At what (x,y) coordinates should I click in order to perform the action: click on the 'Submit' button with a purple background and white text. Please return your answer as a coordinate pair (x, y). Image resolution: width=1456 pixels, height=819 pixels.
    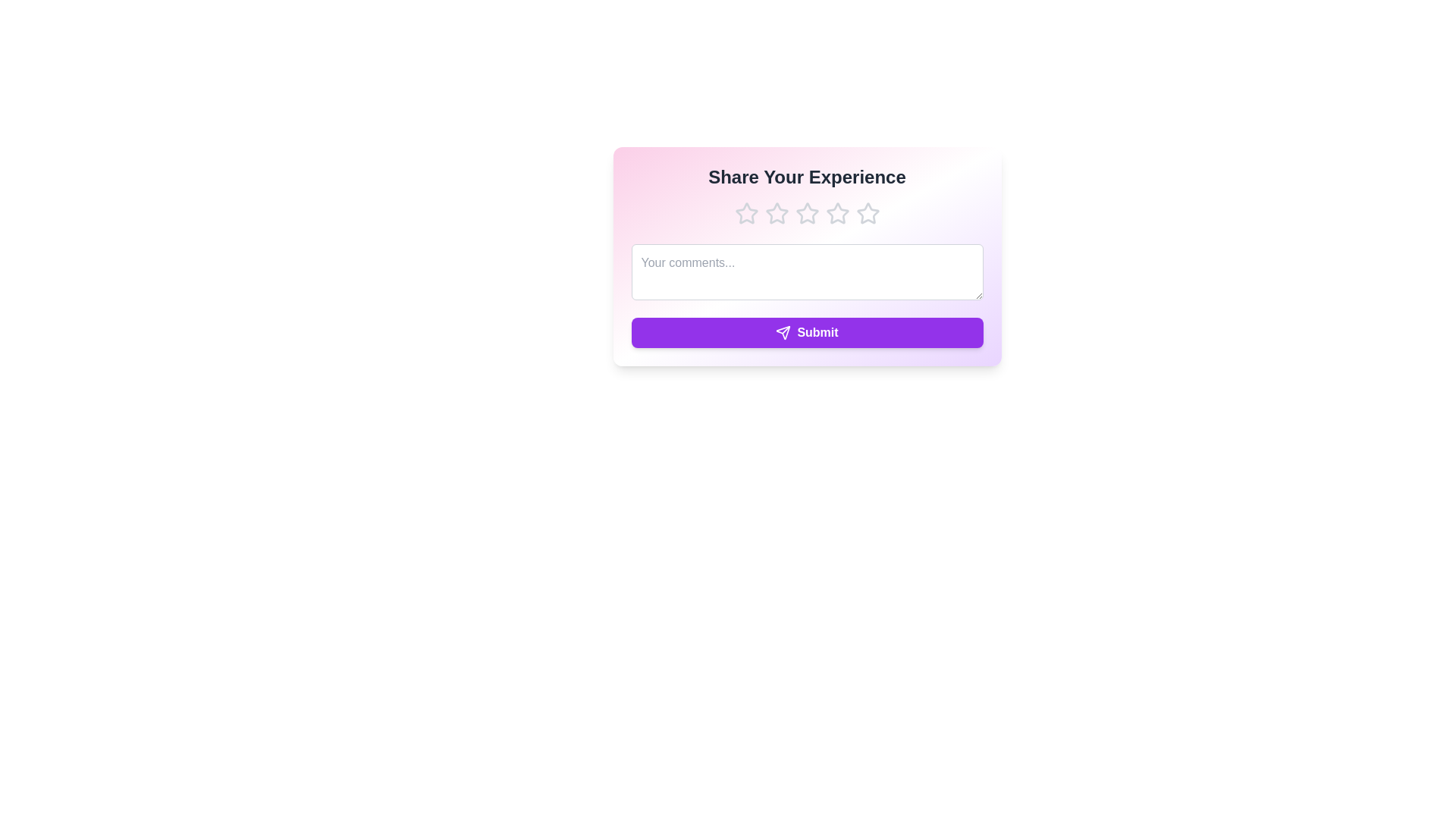
    Looking at the image, I should click on (806, 332).